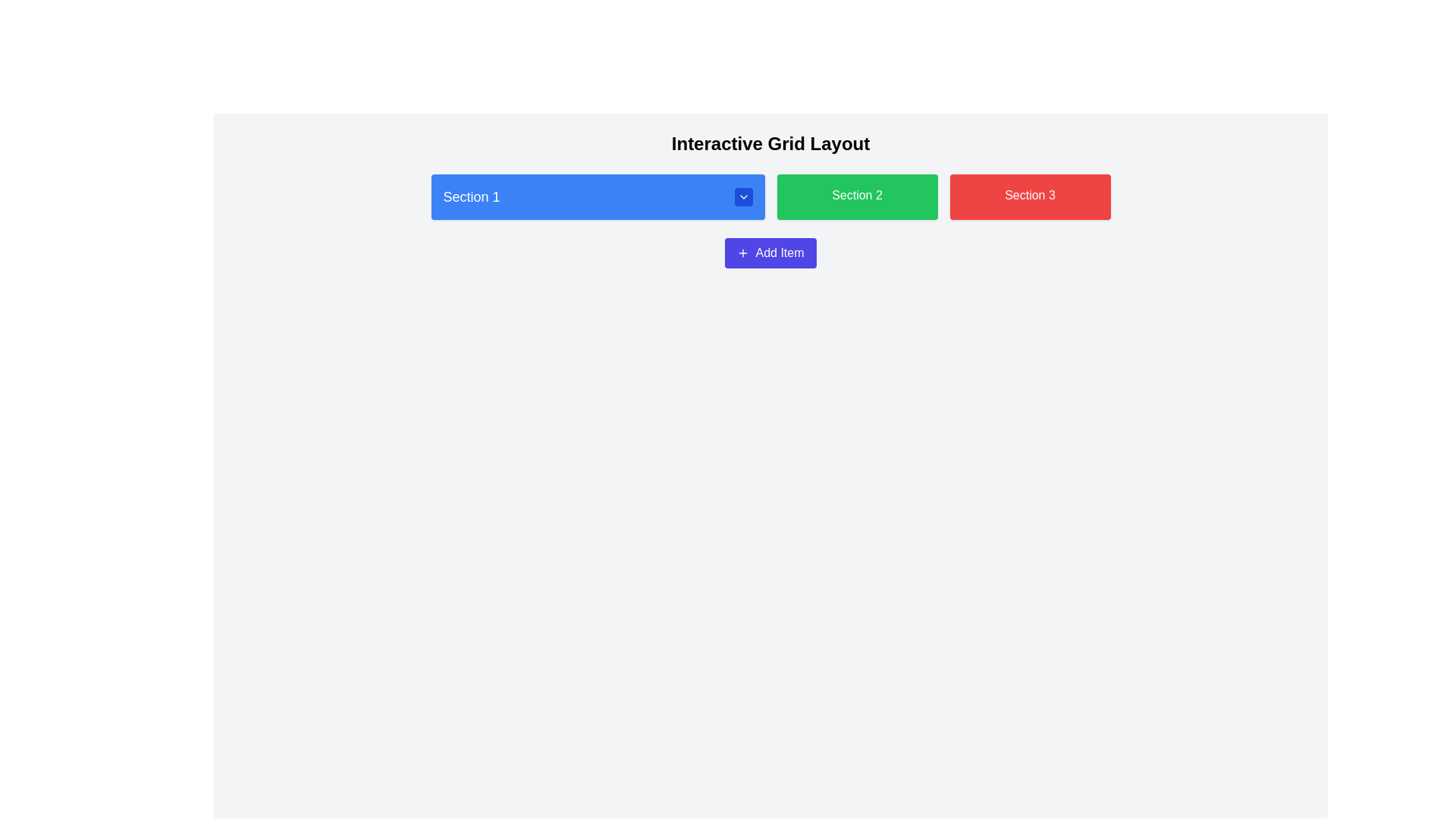 The image size is (1456, 819). Describe the element at coordinates (857, 196) in the screenshot. I see `the button that serves as a labeled section indicator, positioned as the second item in a row of three buttons within the 'Interactive Grid Layout', located between 'Section 1' and 'Section 3'` at that location.